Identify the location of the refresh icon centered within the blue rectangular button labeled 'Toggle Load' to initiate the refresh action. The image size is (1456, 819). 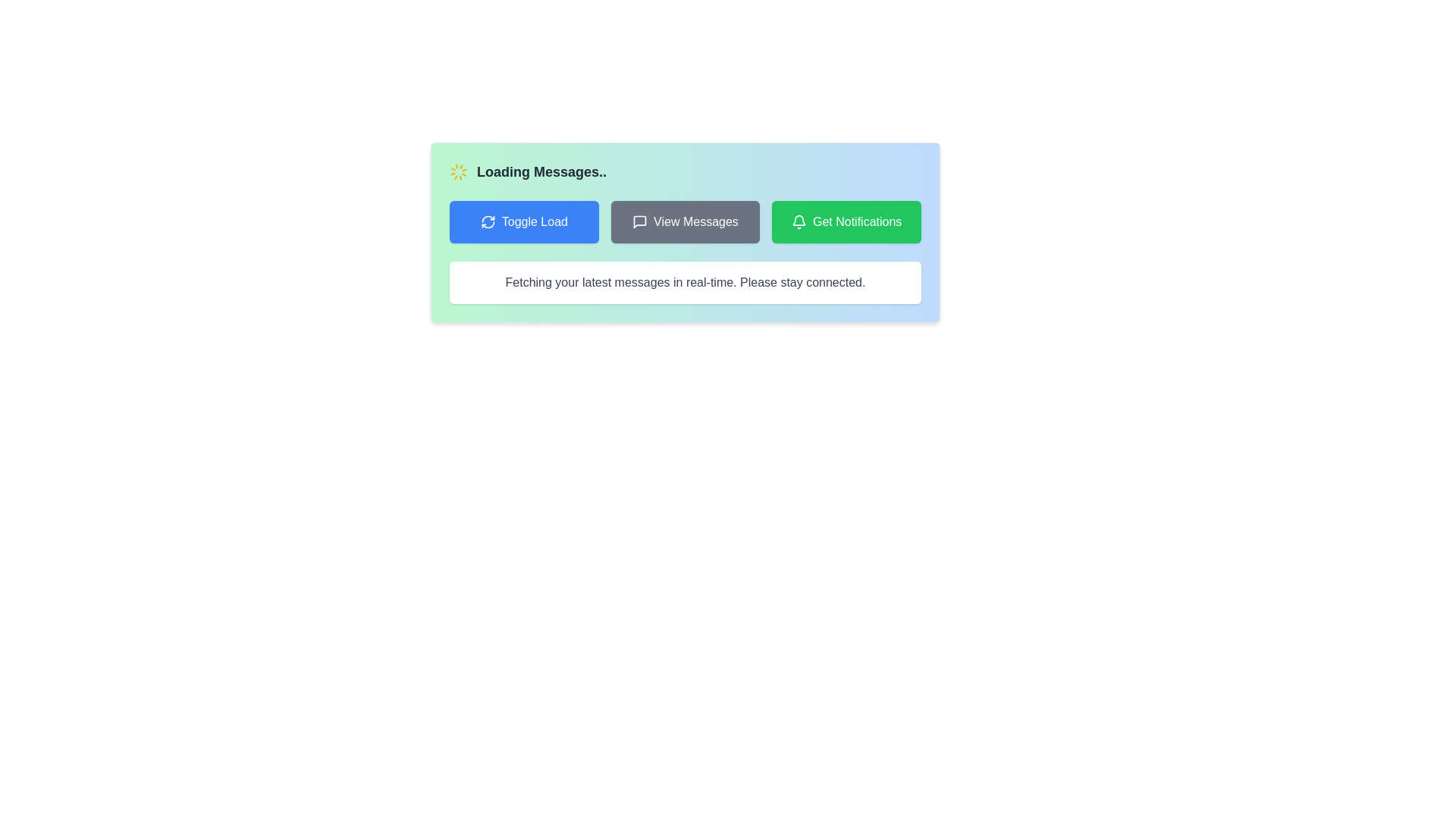
(488, 222).